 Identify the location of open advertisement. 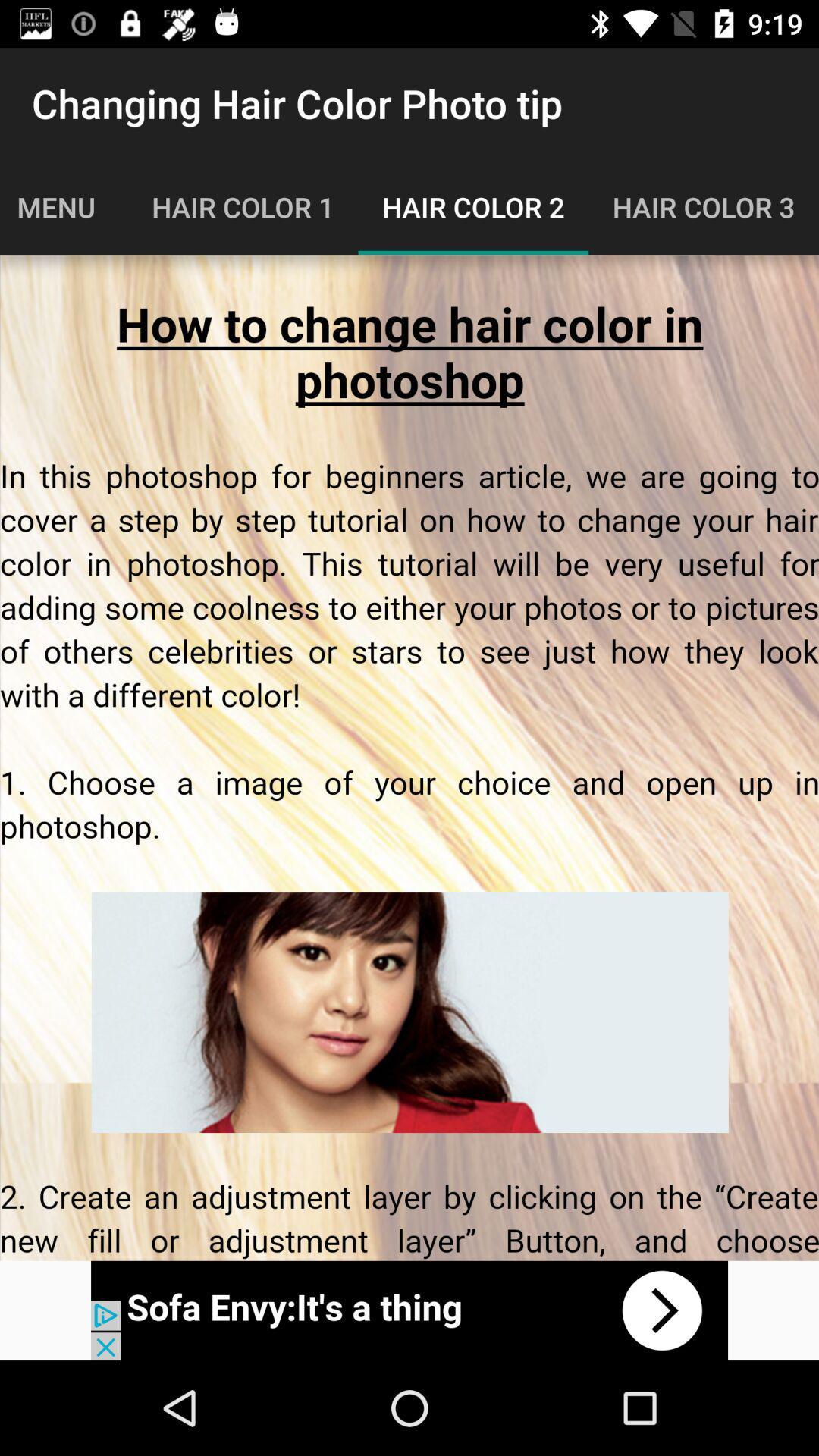
(409, 1310).